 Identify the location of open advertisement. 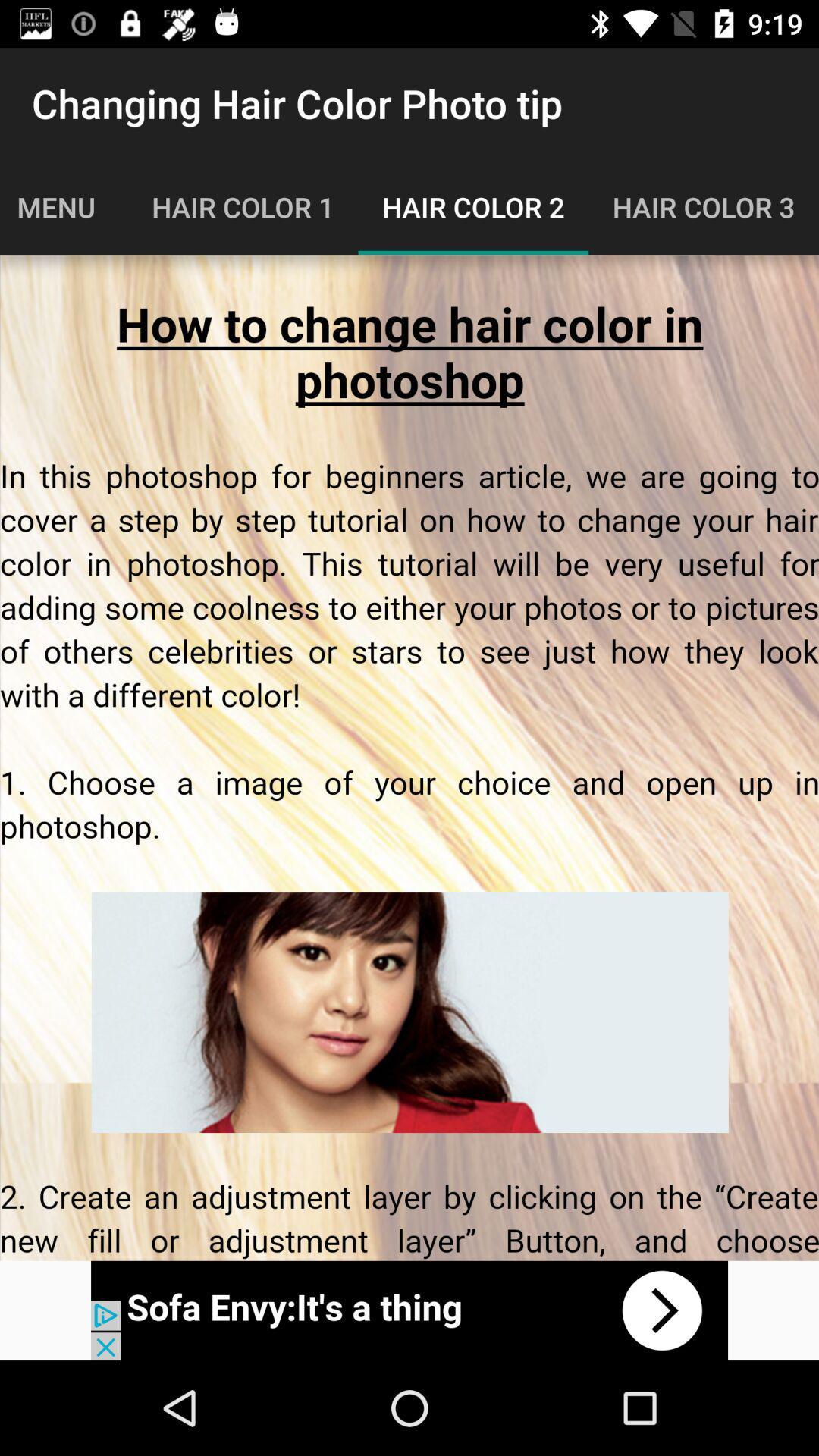
(409, 1310).